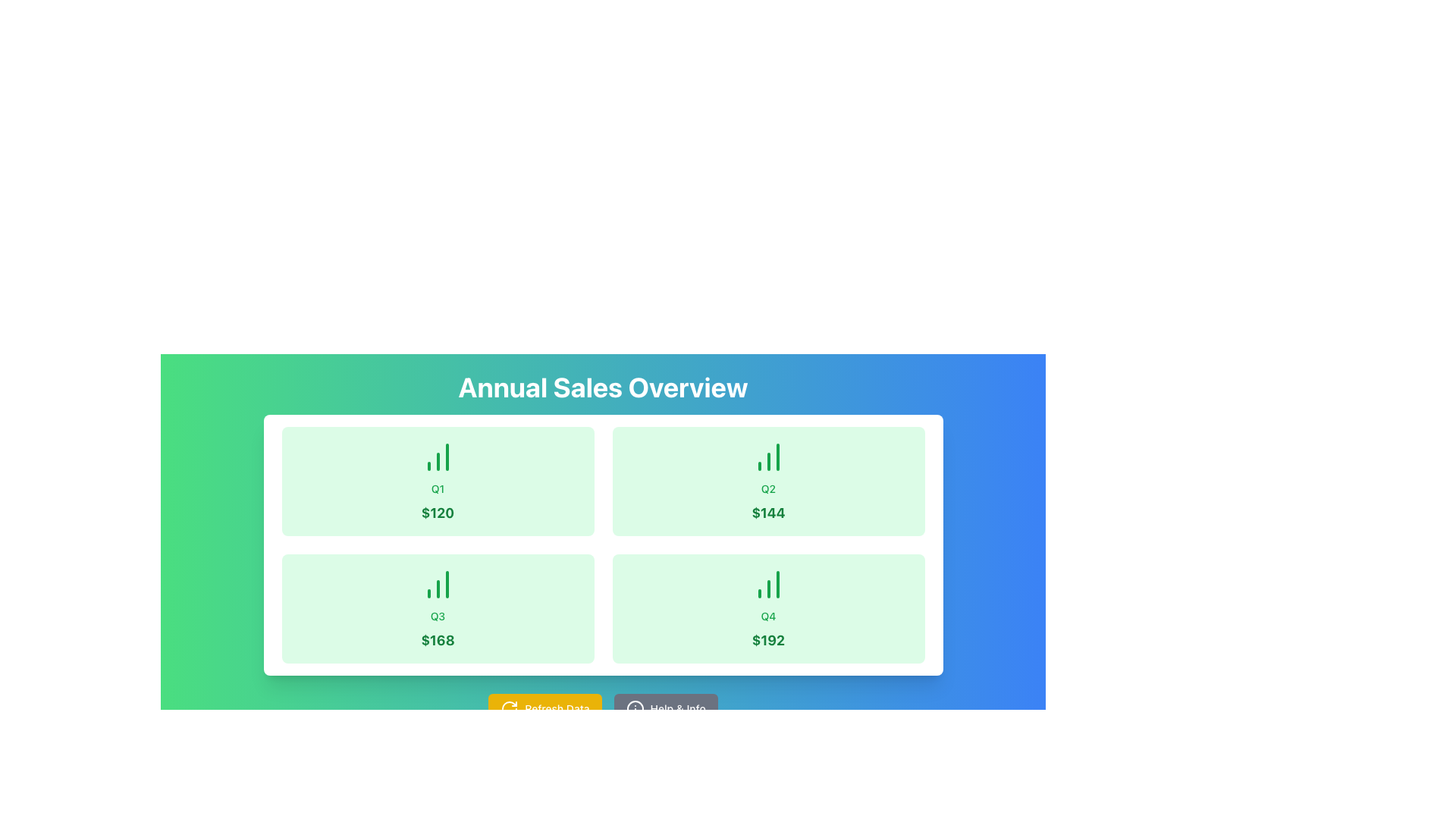 Image resolution: width=1456 pixels, height=819 pixels. I want to click on the static text element labeling the fourth quarter (Q4) located in the bottom-right card of the grid layout, so click(768, 617).